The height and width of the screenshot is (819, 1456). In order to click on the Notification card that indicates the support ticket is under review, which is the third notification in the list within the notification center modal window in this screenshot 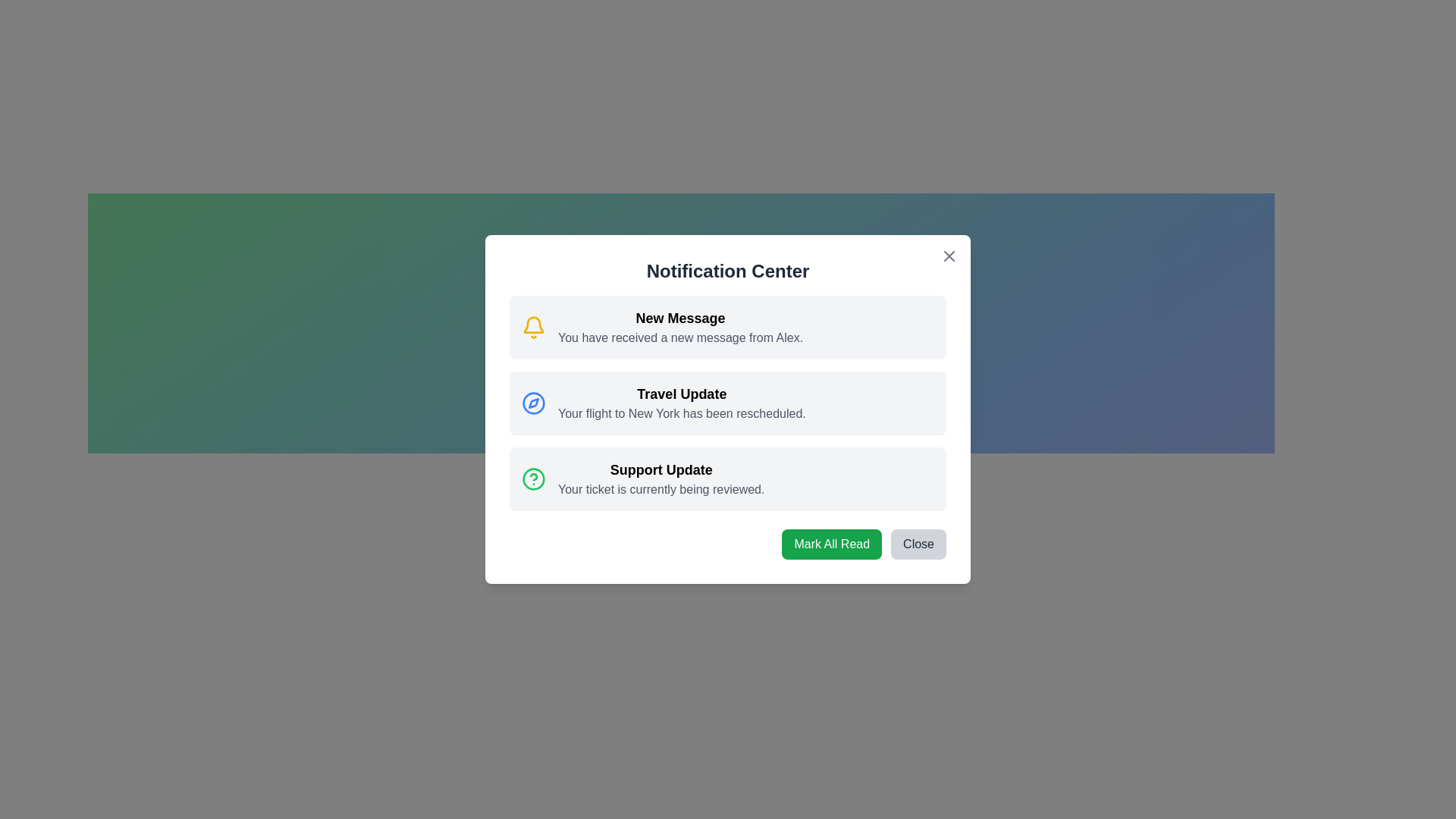, I will do `click(661, 479)`.